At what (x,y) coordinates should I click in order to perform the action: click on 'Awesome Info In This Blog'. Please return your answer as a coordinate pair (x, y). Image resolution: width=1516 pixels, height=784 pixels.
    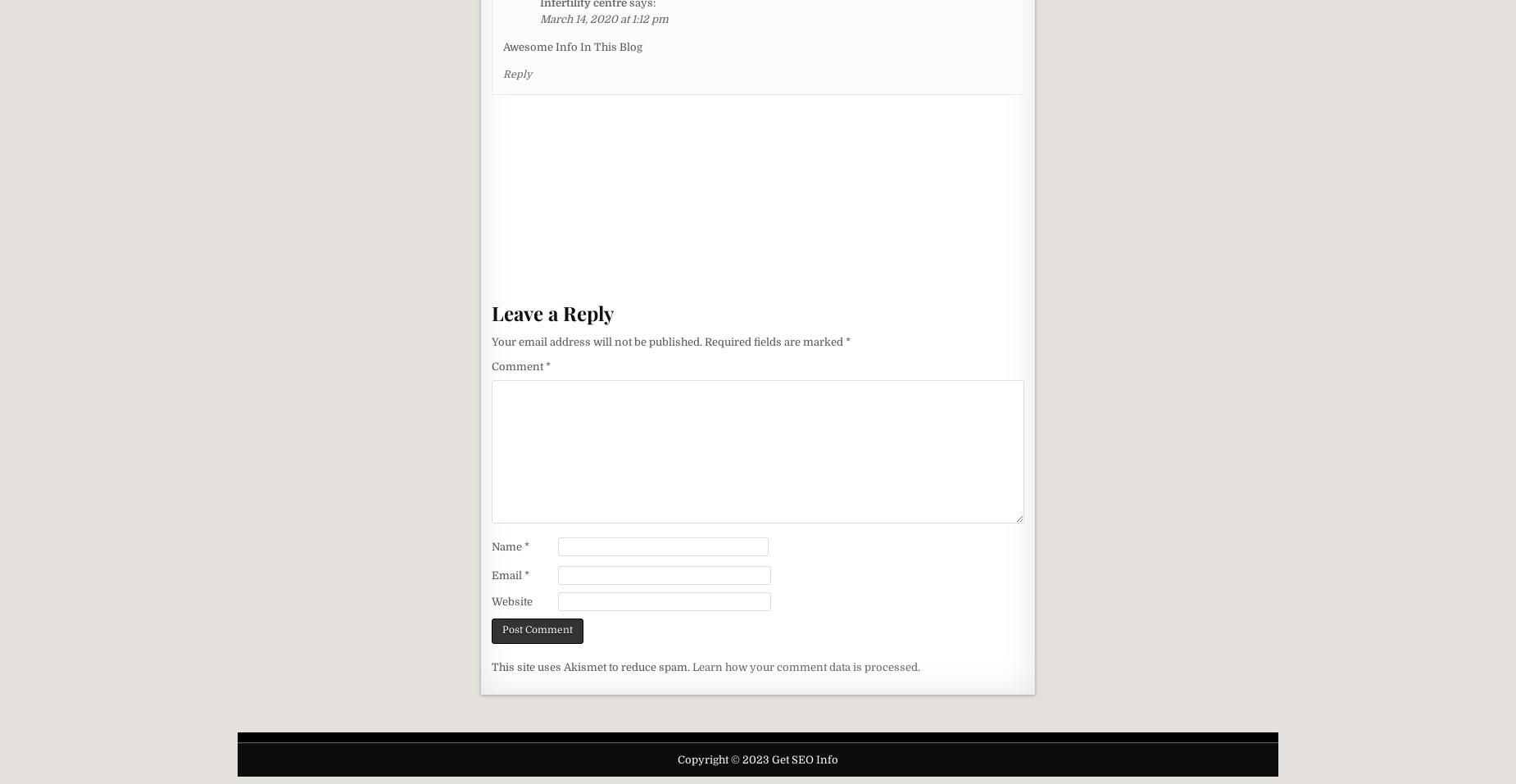
    Looking at the image, I should click on (503, 46).